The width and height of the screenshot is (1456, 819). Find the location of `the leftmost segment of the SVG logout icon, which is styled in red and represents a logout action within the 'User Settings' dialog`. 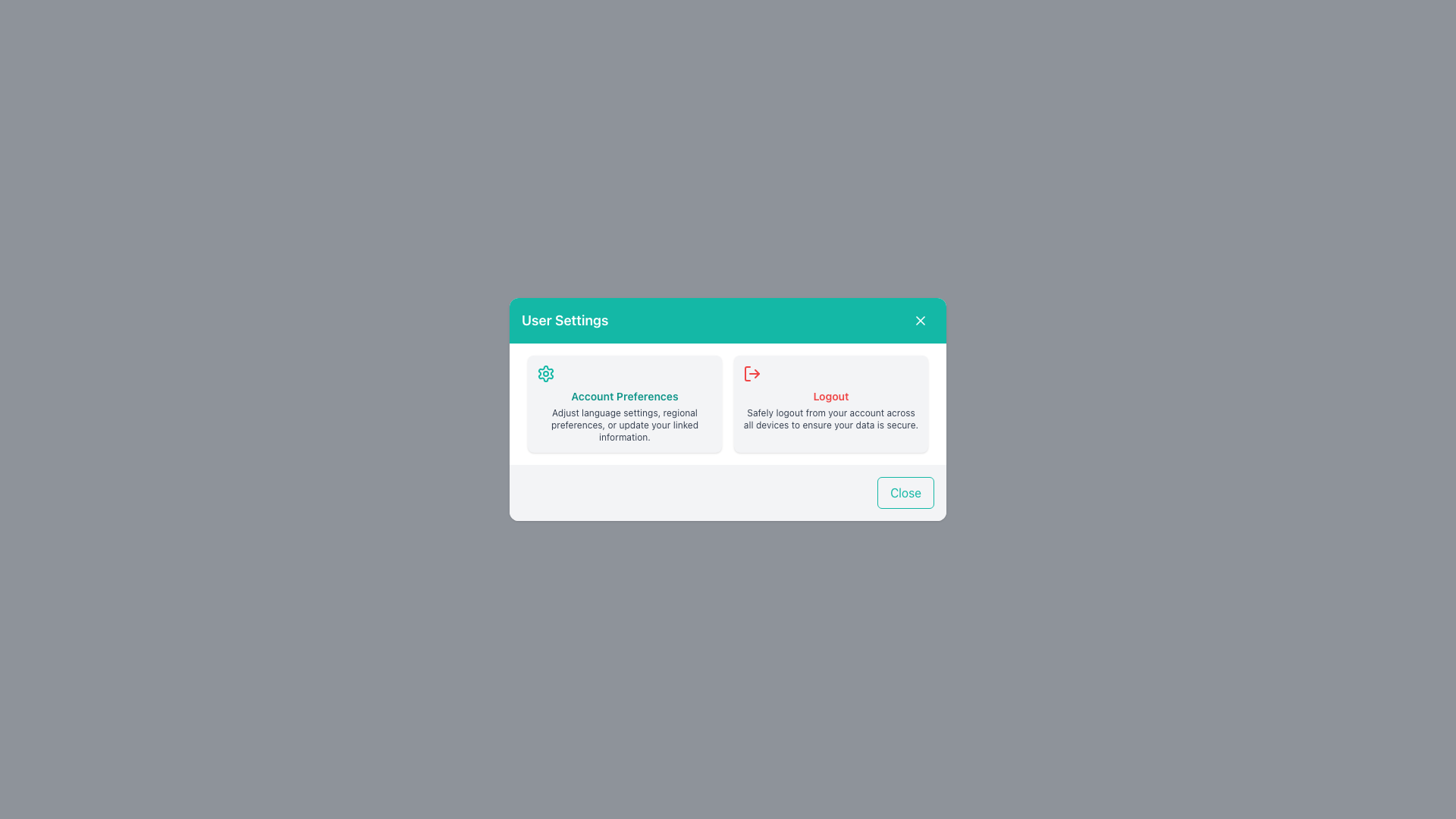

the leftmost segment of the SVG logout icon, which is styled in red and represents a logout action within the 'User Settings' dialog is located at coordinates (747, 374).